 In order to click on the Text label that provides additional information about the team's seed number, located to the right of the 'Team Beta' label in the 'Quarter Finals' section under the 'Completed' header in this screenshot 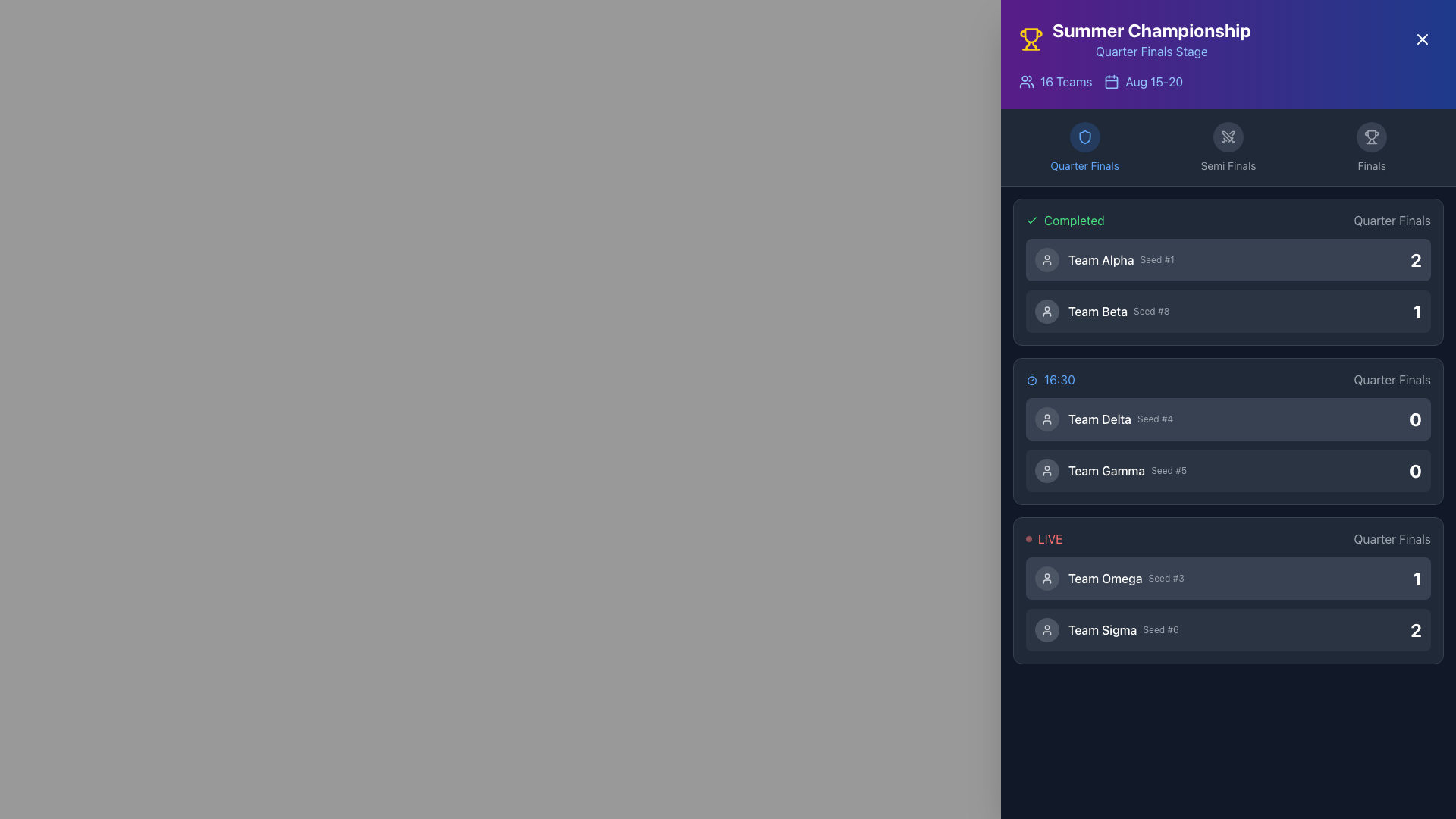, I will do `click(1151, 311)`.